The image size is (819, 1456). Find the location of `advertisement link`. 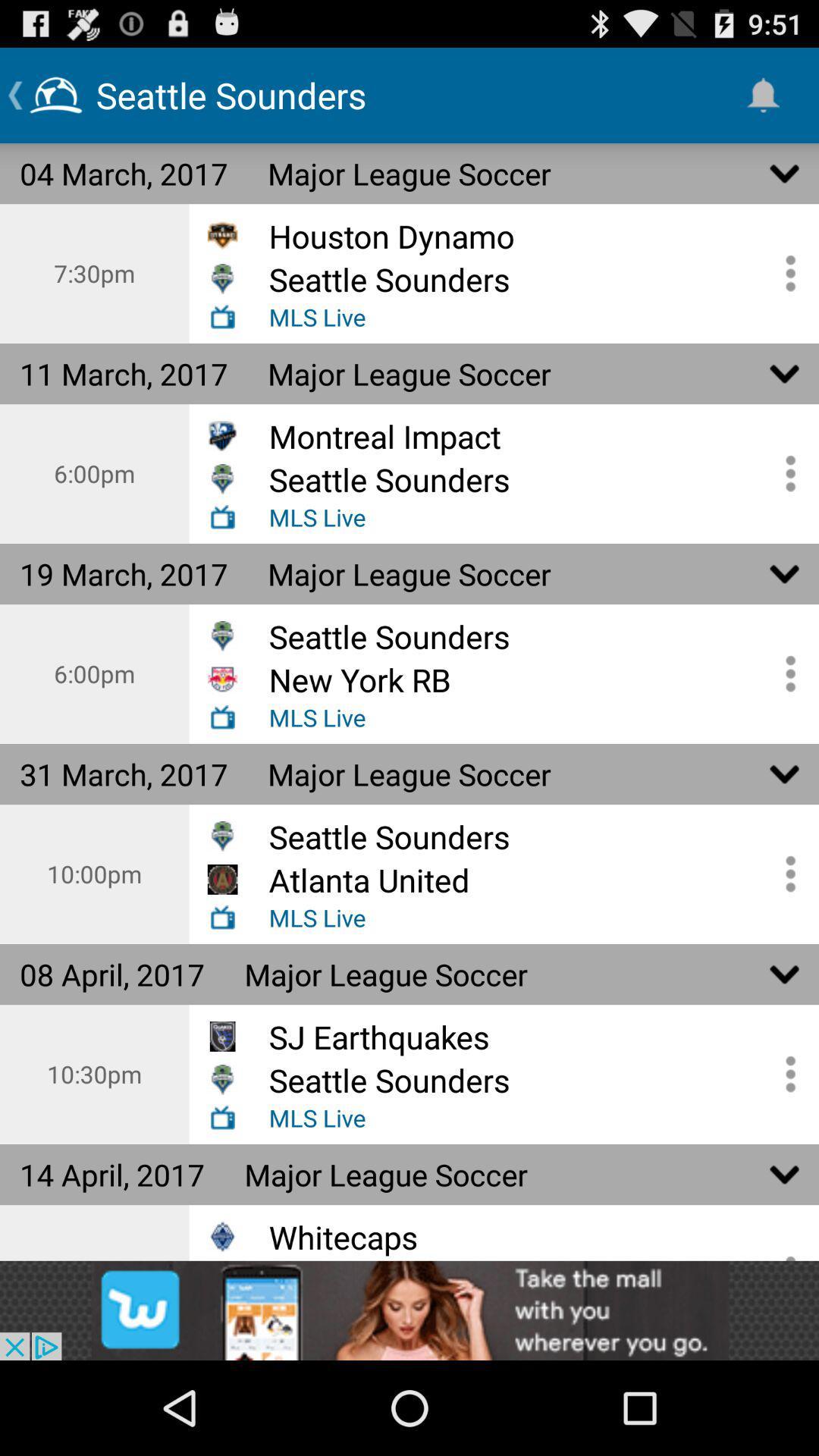

advertisement link is located at coordinates (409, 1310).